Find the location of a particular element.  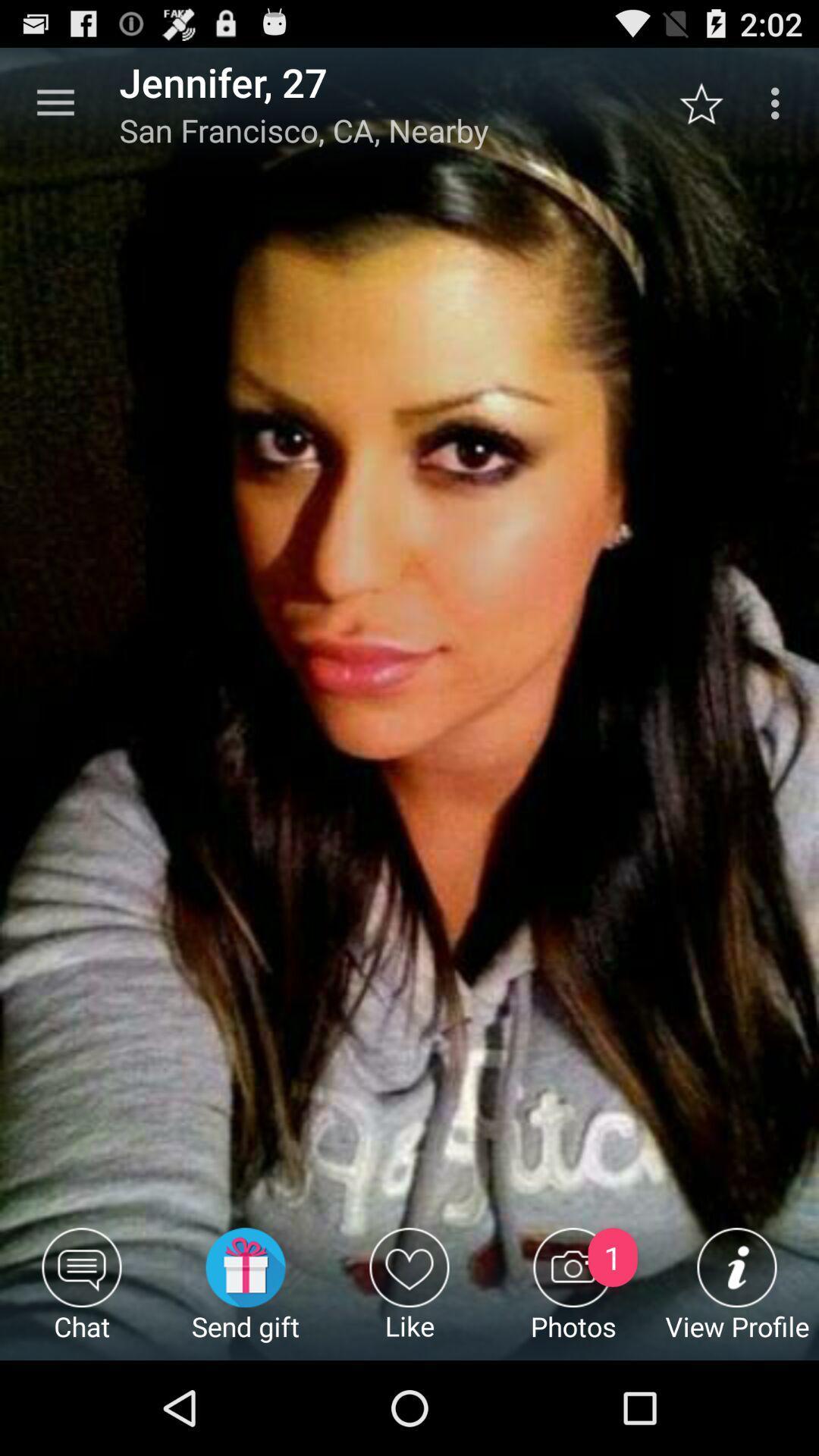

icon to the right of the chat item is located at coordinates (245, 1293).